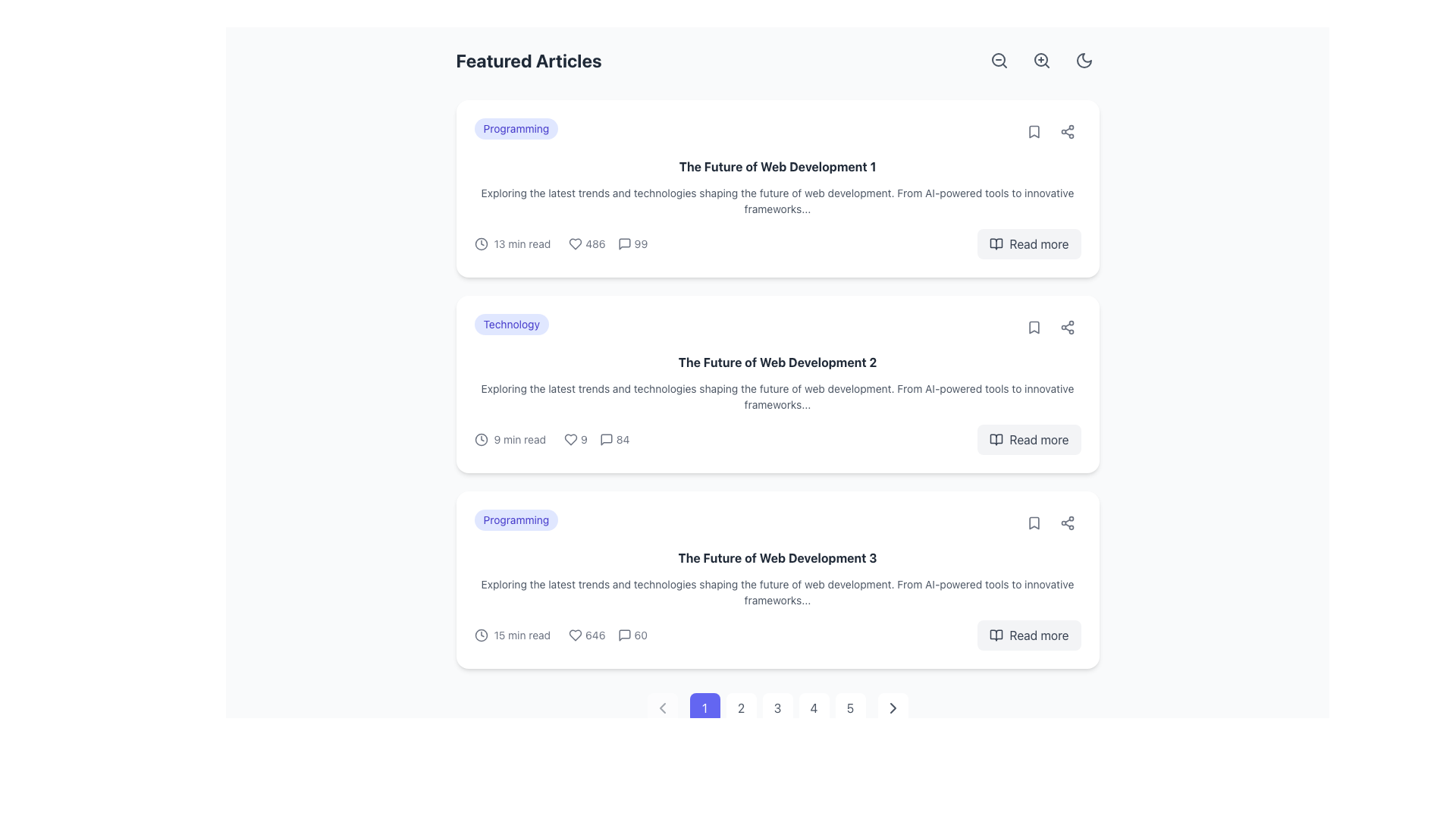  What do you see at coordinates (777, 439) in the screenshot?
I see `the 'Read more' button located in the metadata summary bar of the second card on the webpage, which provides details about the article` at bounding box center [777, 439].